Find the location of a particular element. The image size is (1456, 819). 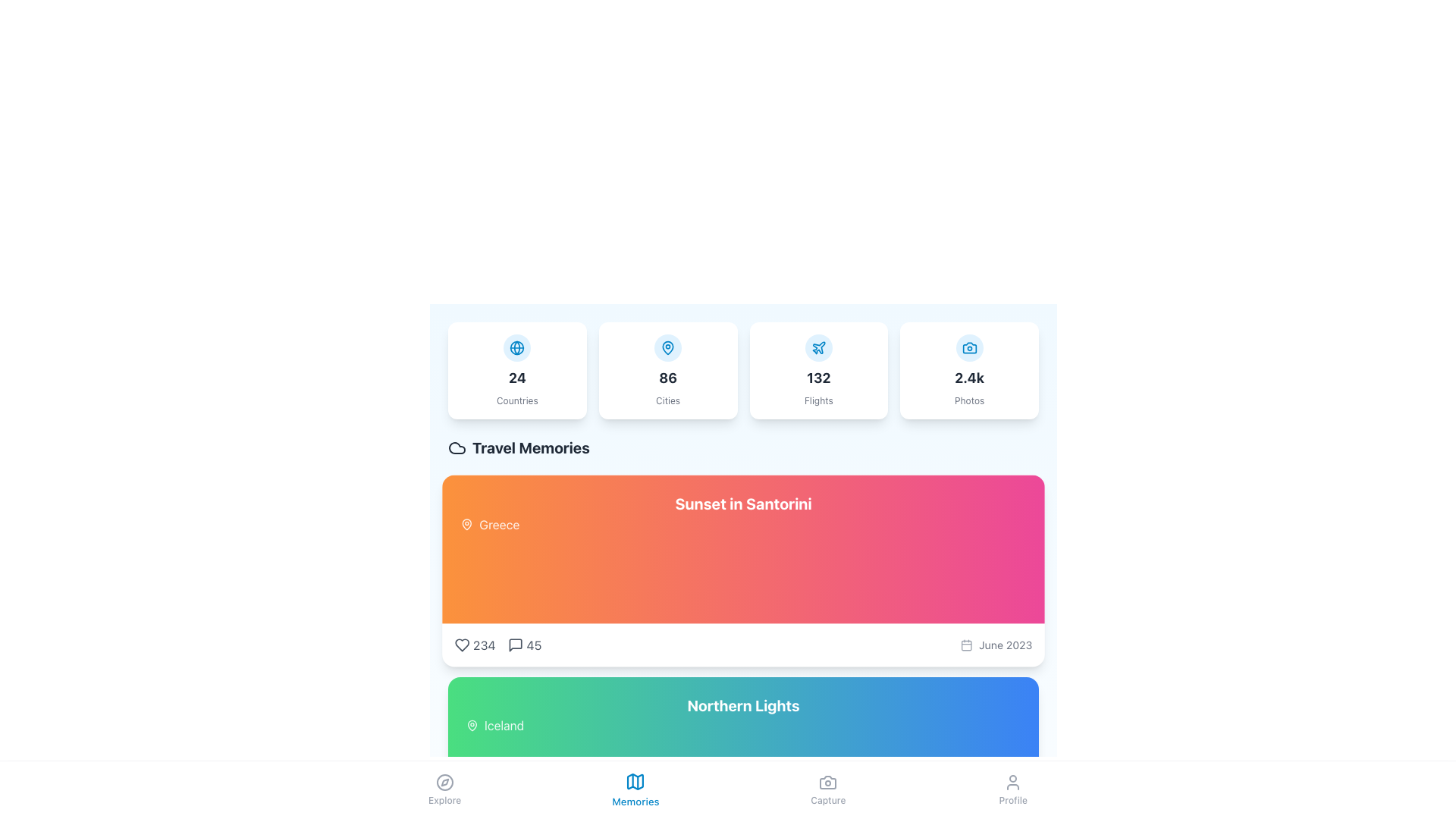

text from the label with the attached icon located in the bottom-right corner of the 'Sunset in Santorini' card, positioned after the heart and comment icons is located at coordinates (996, 645).